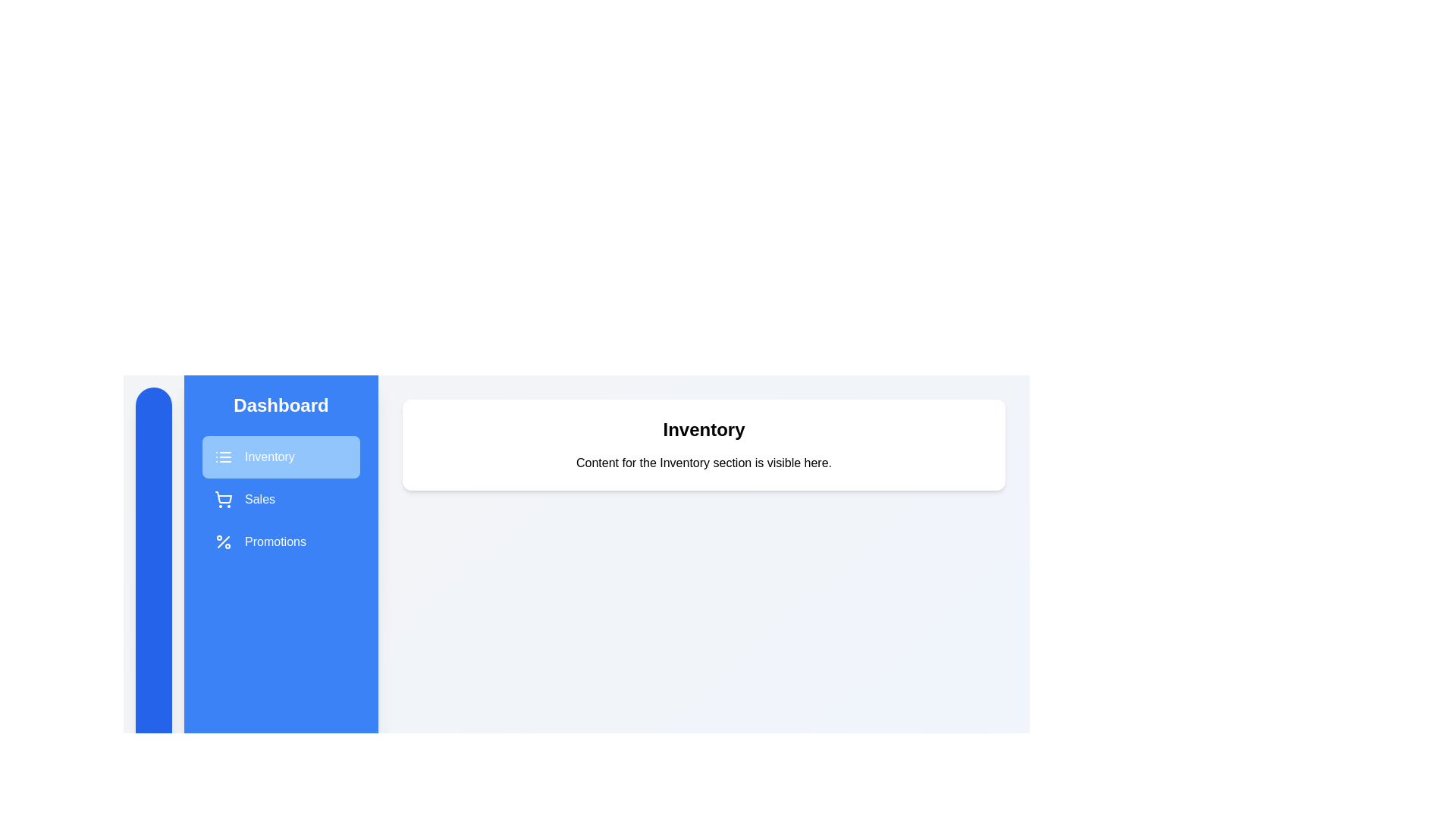 The width and height of the screenshot is (1456, 819). What do you see at coordinates (153, 784) in the screenshot?
I see `the menu button to toggle the sidebar visibility` at bounding box center [153, 784].